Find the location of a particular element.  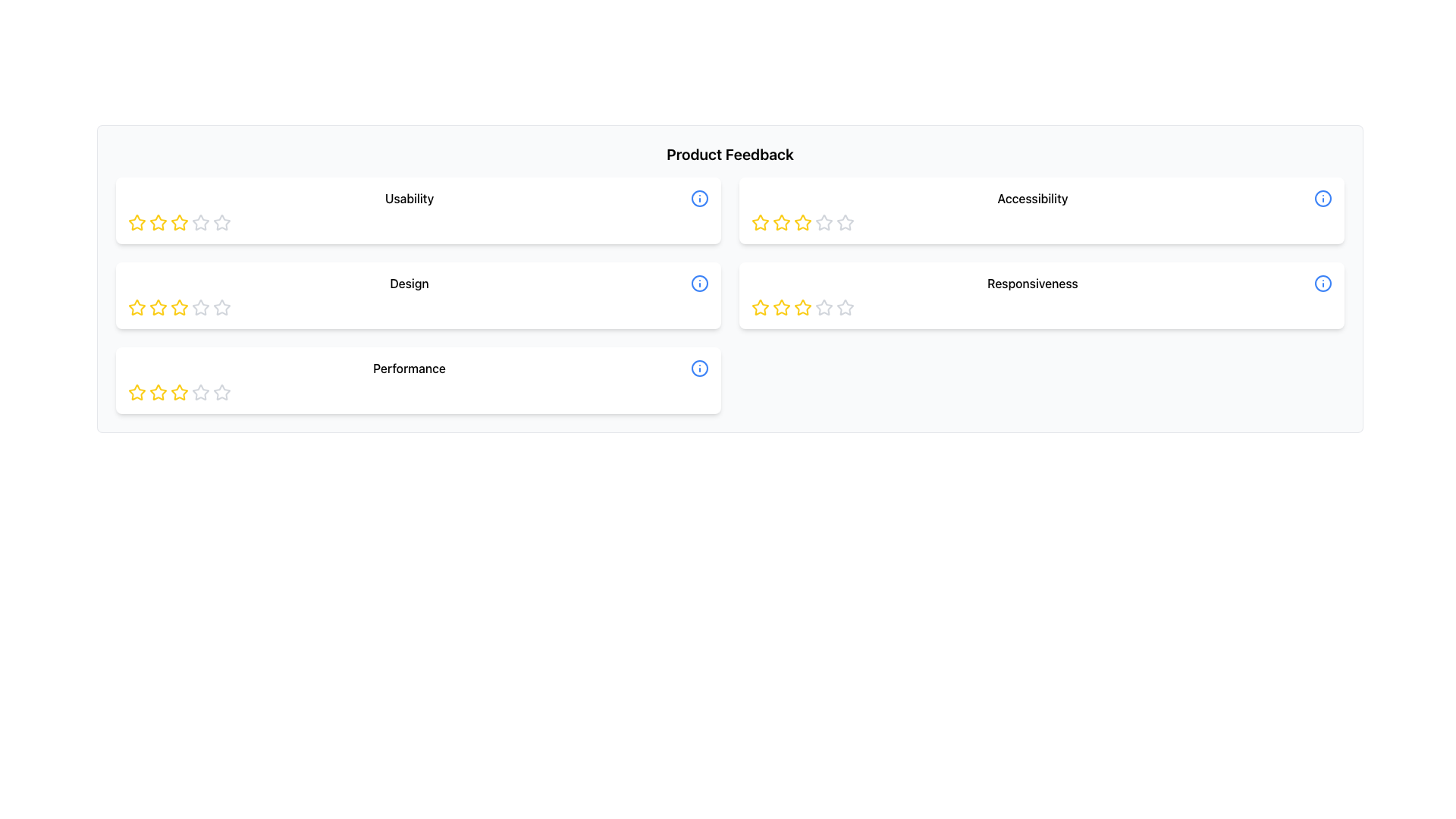

the second star icon representing the second rating level in the 'Design' category for interaction is located at coordinates (137, 307).